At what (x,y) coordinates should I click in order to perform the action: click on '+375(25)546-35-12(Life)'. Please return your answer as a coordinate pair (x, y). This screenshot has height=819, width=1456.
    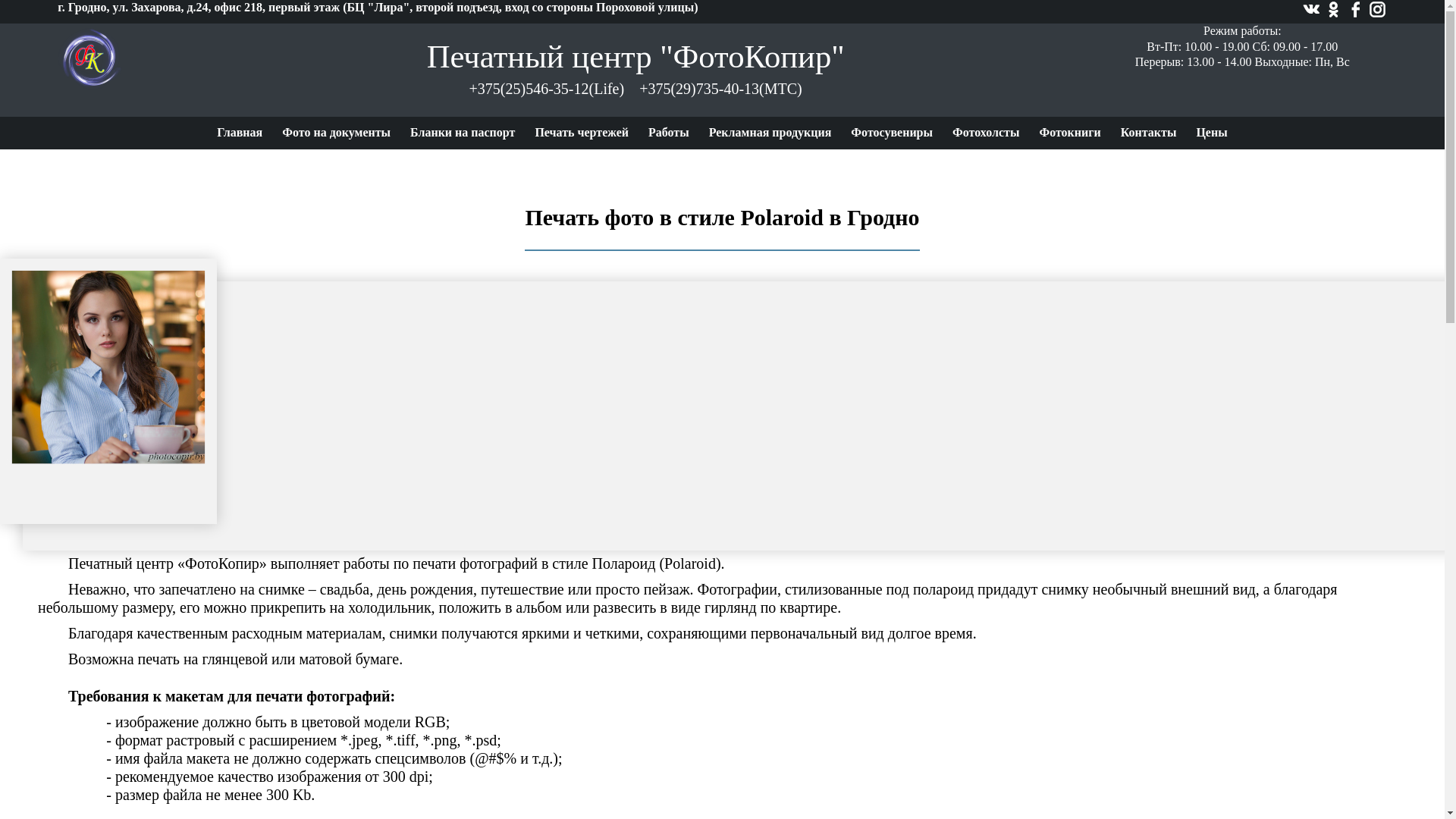
    Looking at the image, I should click on (546, 88).